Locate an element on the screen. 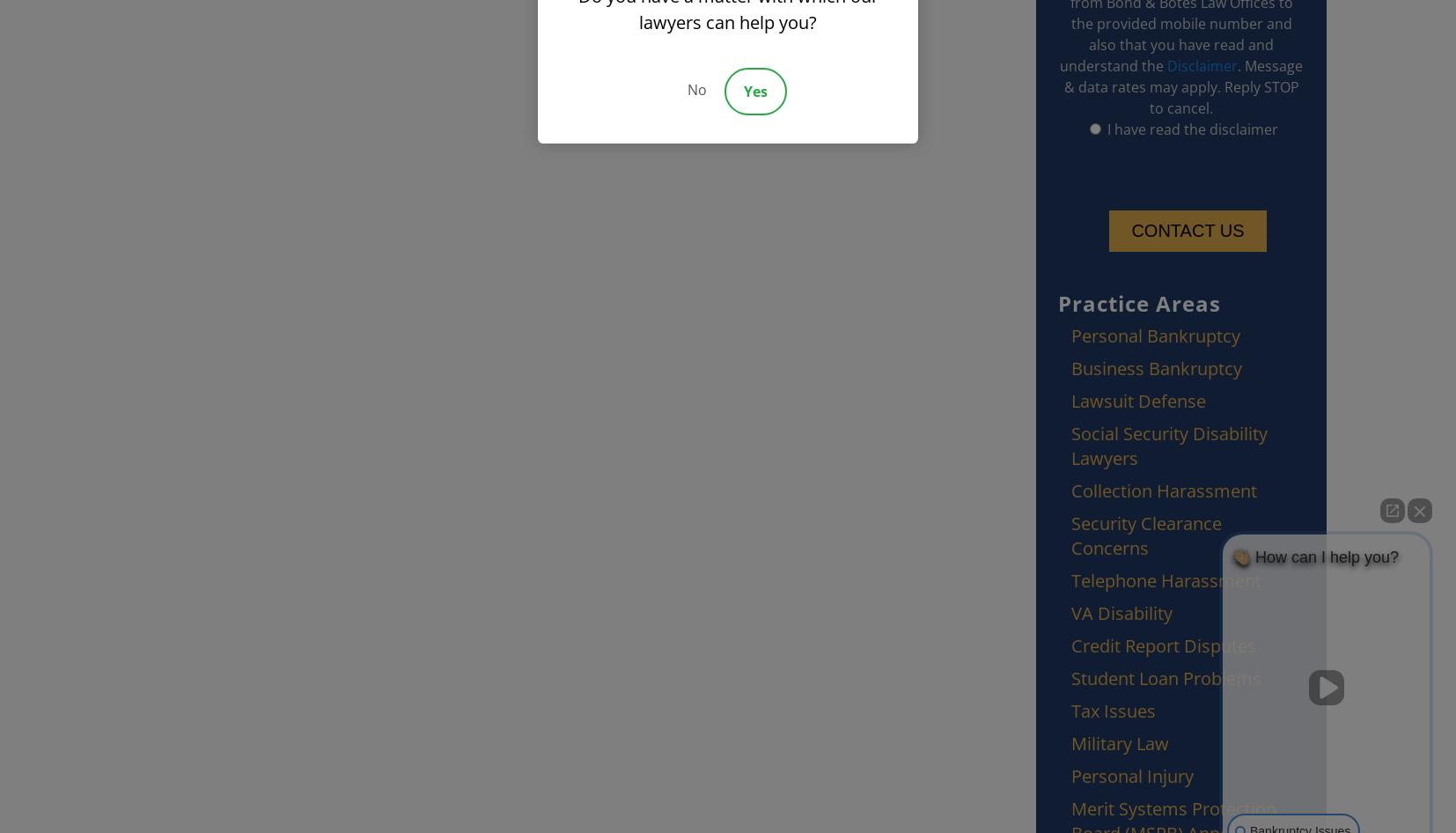 The image size is (1456, 833). 'Social Security Disability Lawyers' is located at coordinates (1169, 446).